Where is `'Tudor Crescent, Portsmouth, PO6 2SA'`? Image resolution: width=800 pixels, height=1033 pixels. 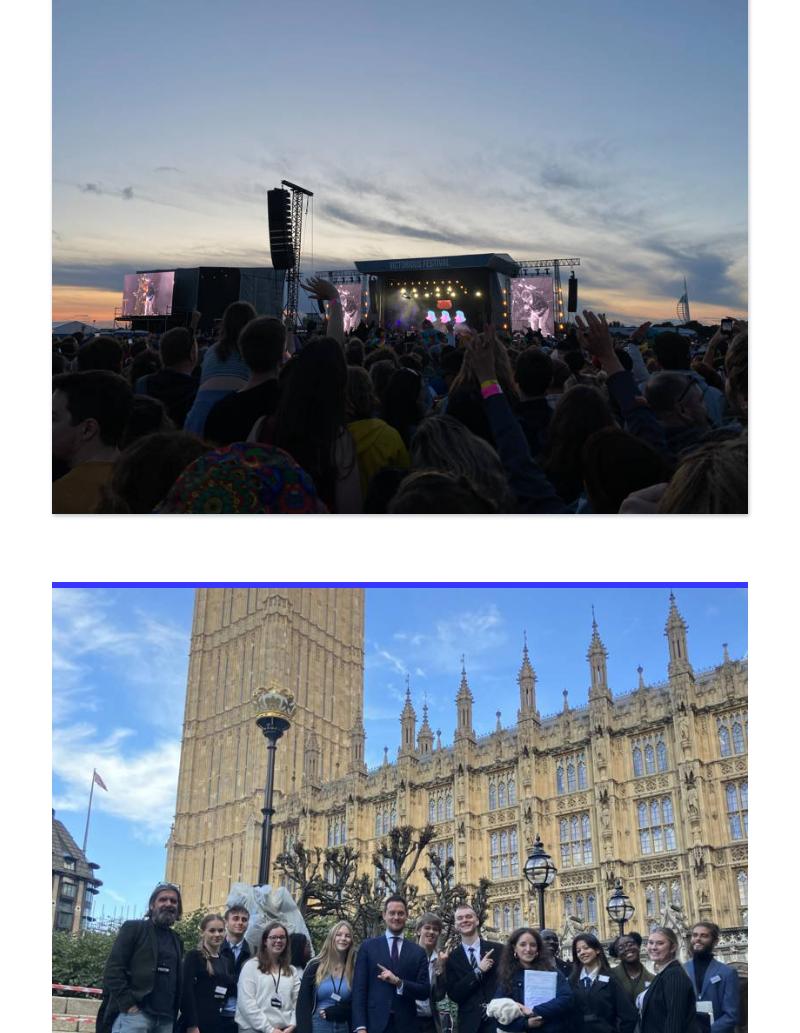 'Tudor Crescent, Portsmouth, PO6 2SA' is located at coordinates (65, 560).